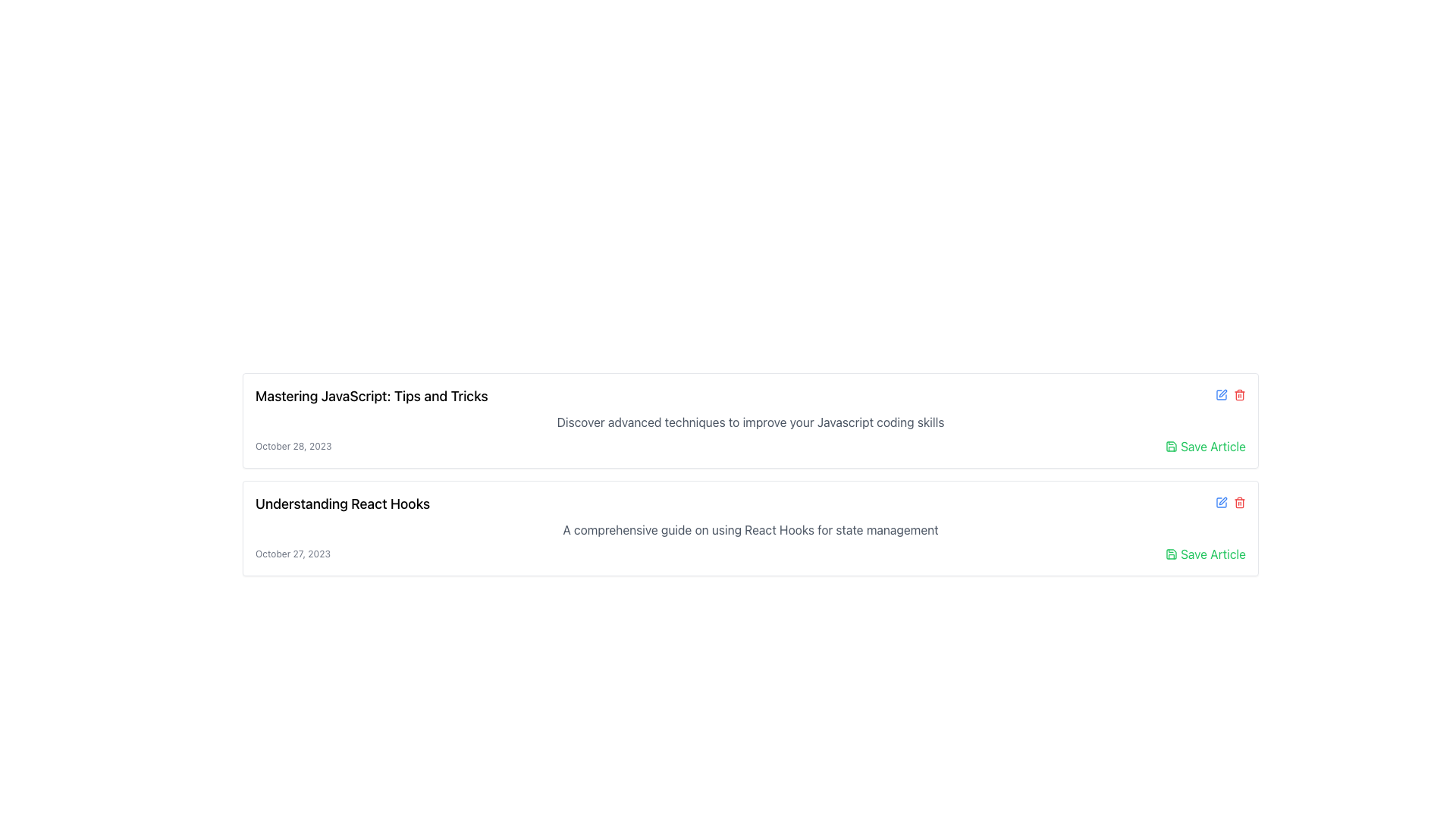 Image resolution: width=1456 pixels, height=819 pixels. What do you see at coordinates (1171, 554) in the screenshot?
I see `the floppy disk icon with a green outline located within the 'Save Article' button` at bounding box center [1171, 554].